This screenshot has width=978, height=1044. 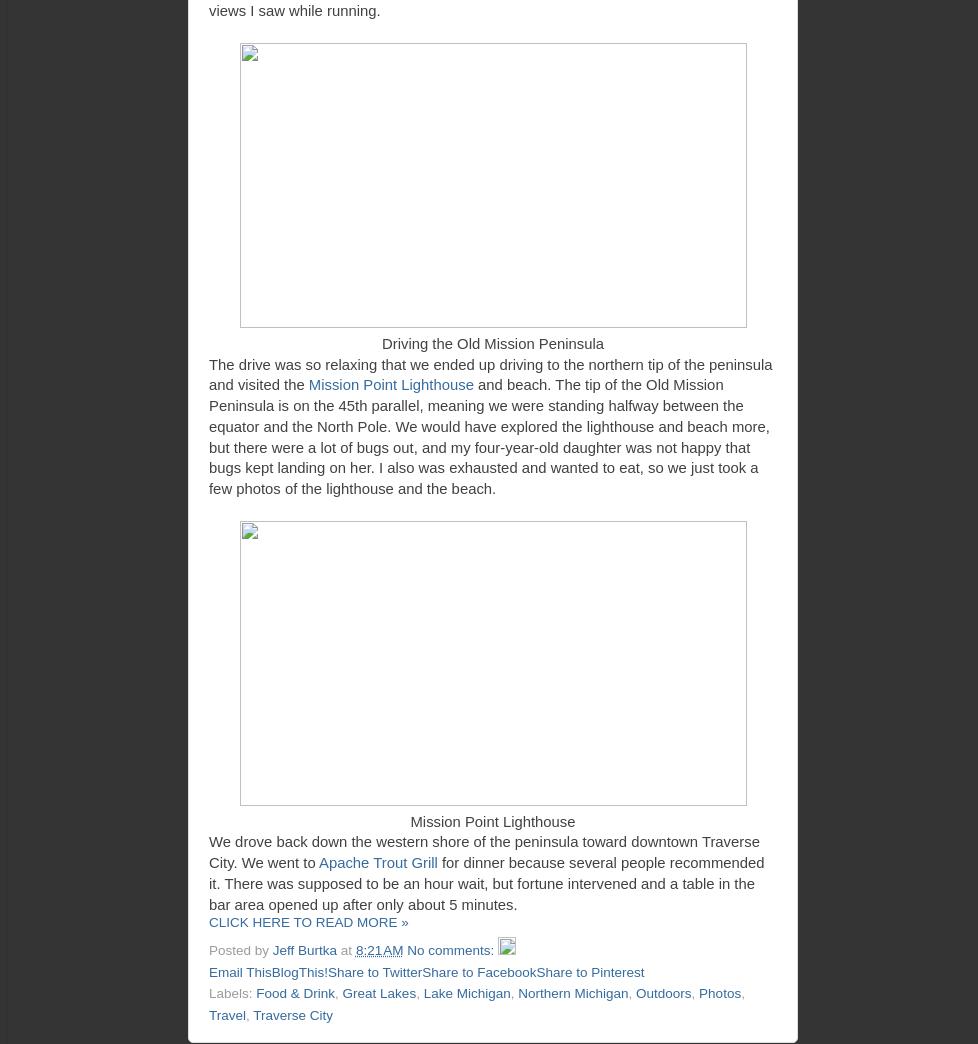 What do you see at coordinates (377, 949) in the screenshot?
I see `'8:21 AM'` at bounding box center [377, 949].